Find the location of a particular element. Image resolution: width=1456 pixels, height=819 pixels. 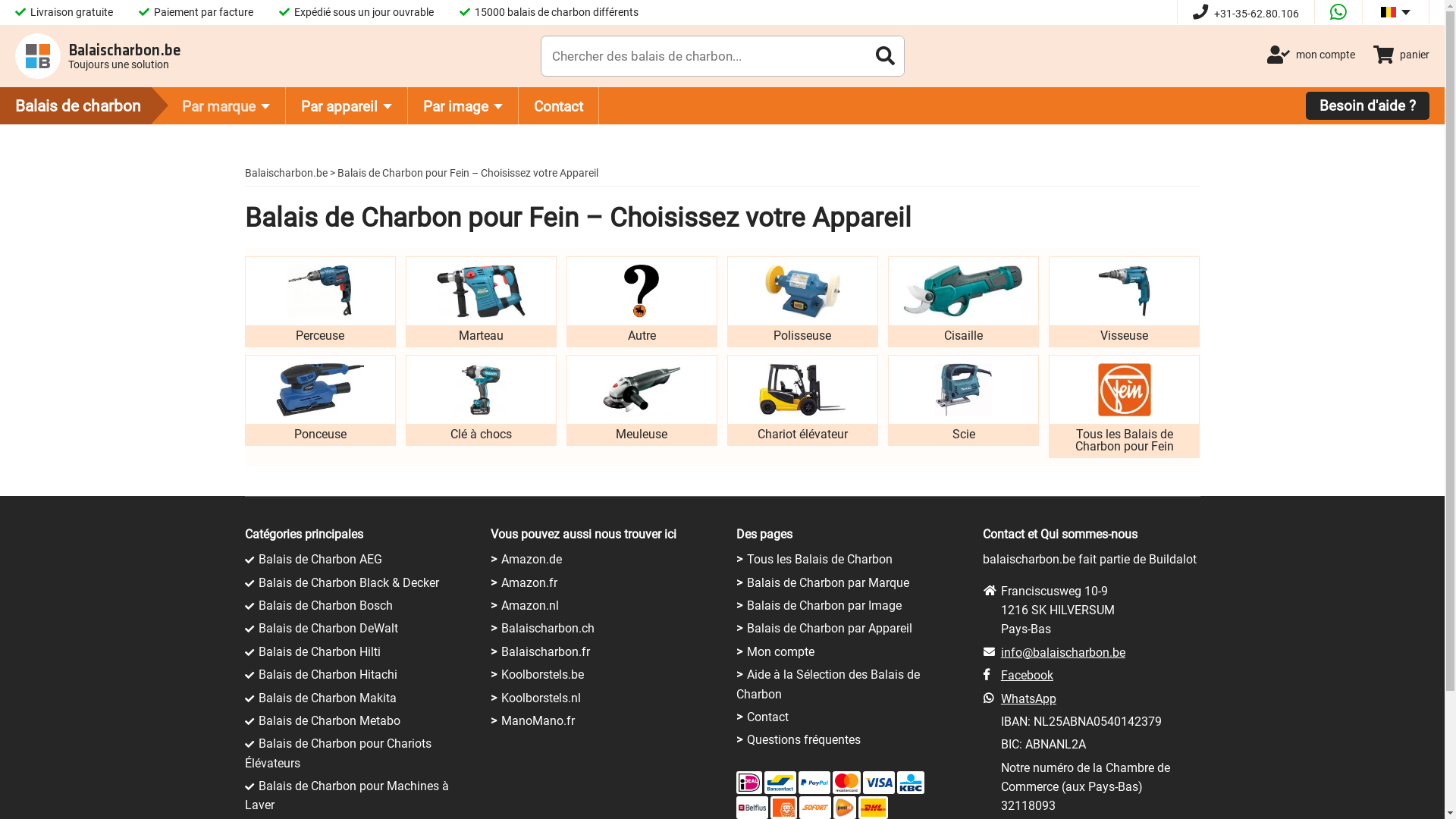

'PayPal-logo' is located at coordinates (814, 783).